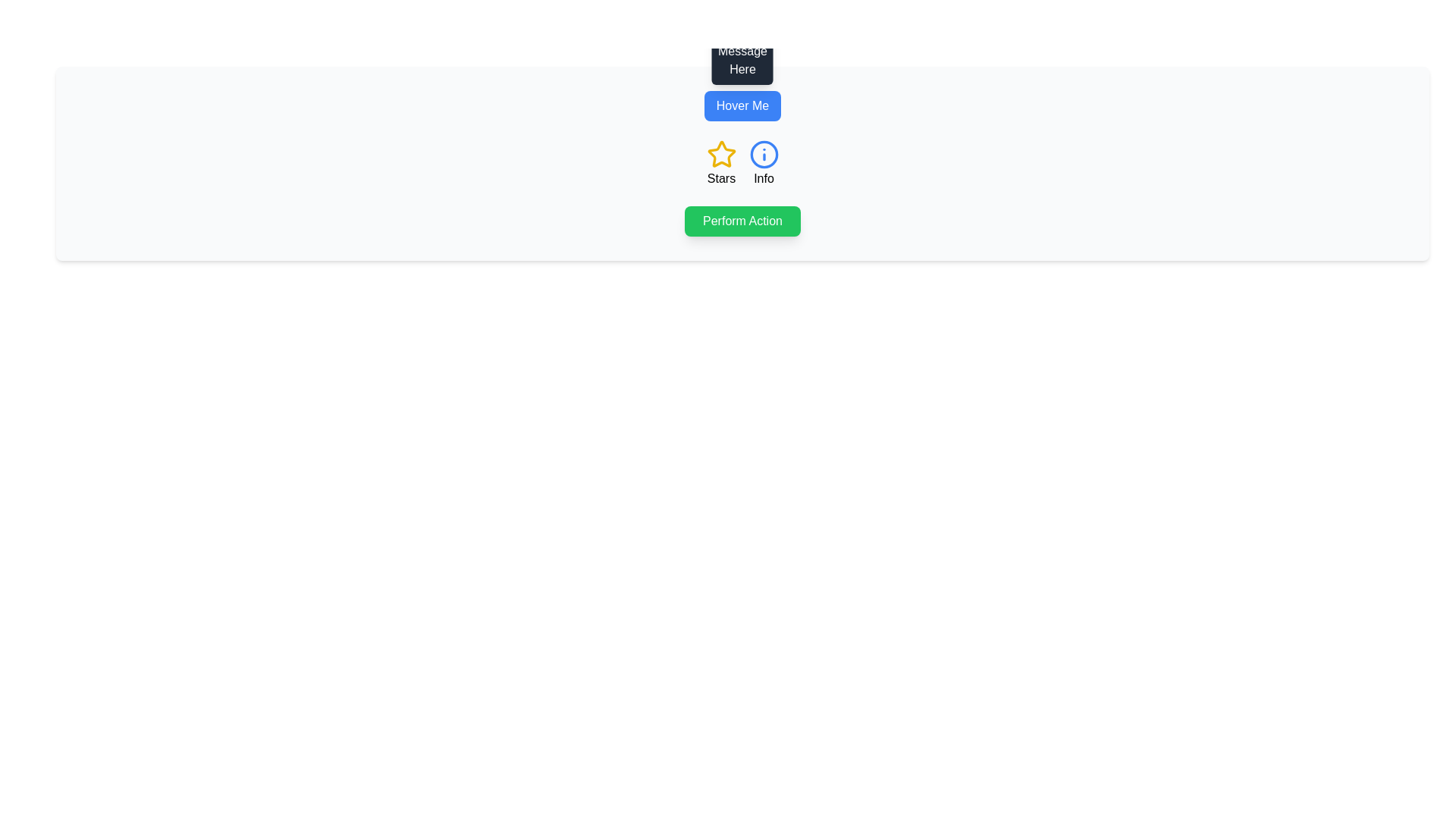 The height and width of the screenshot is (819, 1456). Describe the element at coordinates (764, 177) in the screenshot. I see `the static text label containing the word 'Info' located below the blue circled icon with the letter 'i'` at that location.